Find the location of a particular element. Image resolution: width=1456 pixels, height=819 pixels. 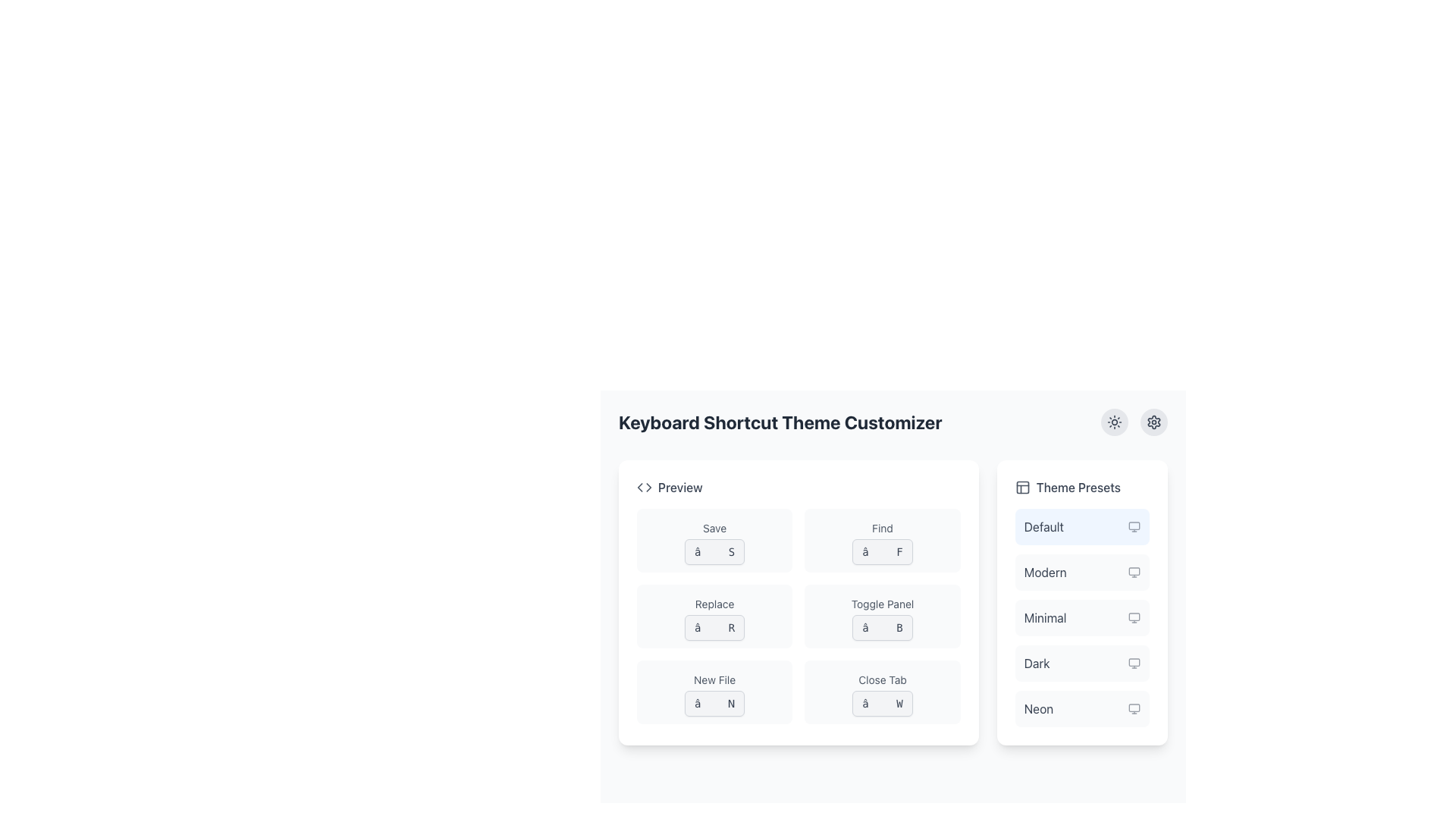

text label located on the right-hand side of the 'Theme Presets' section, which serves as a title for the theme options below is located at coordinates (1078, 488).